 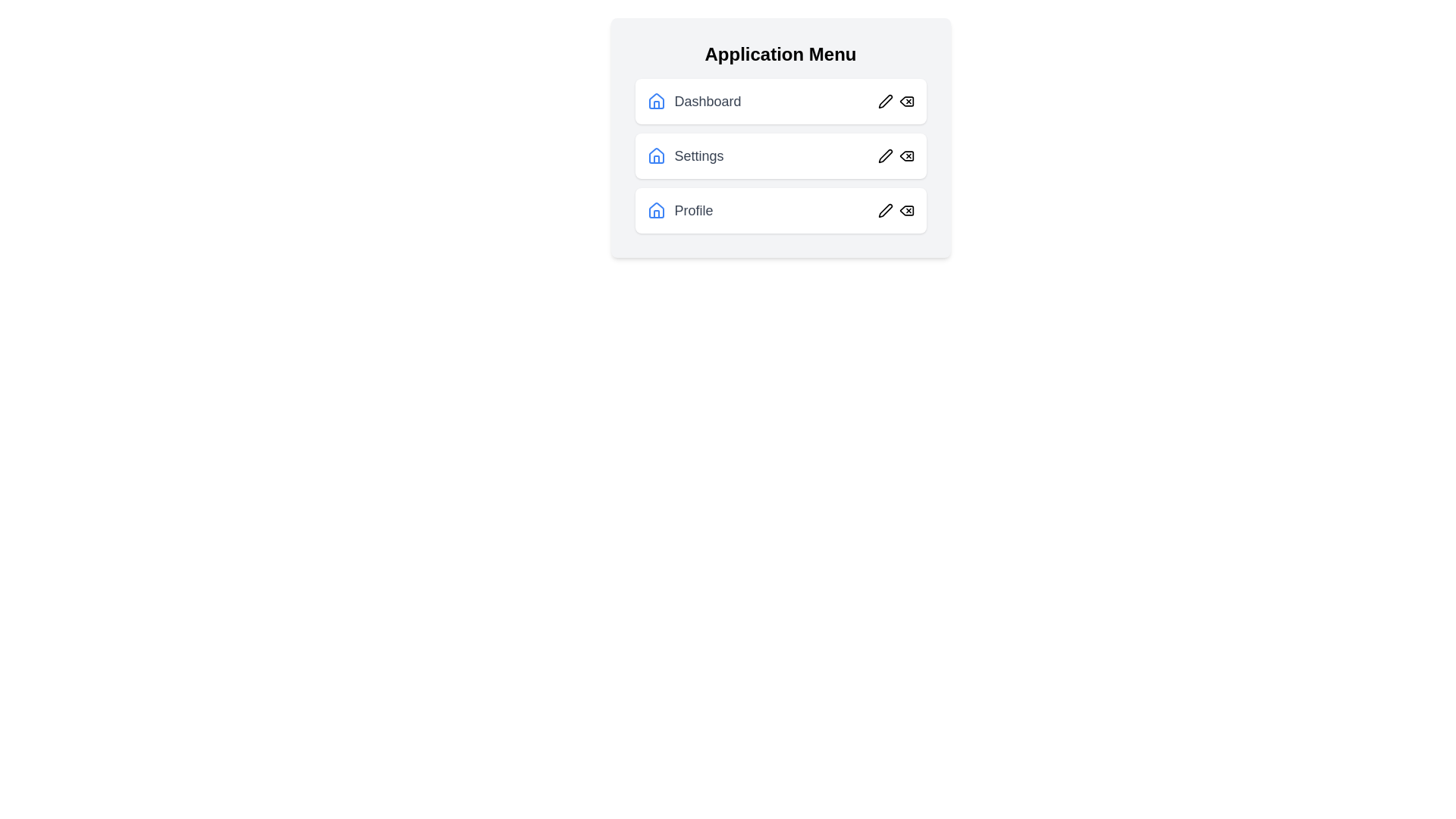 I want to click on the house icon with a blue outline located in the second row of the Application Menu, left of the 'Settings' label, so click(x=656, y=101).